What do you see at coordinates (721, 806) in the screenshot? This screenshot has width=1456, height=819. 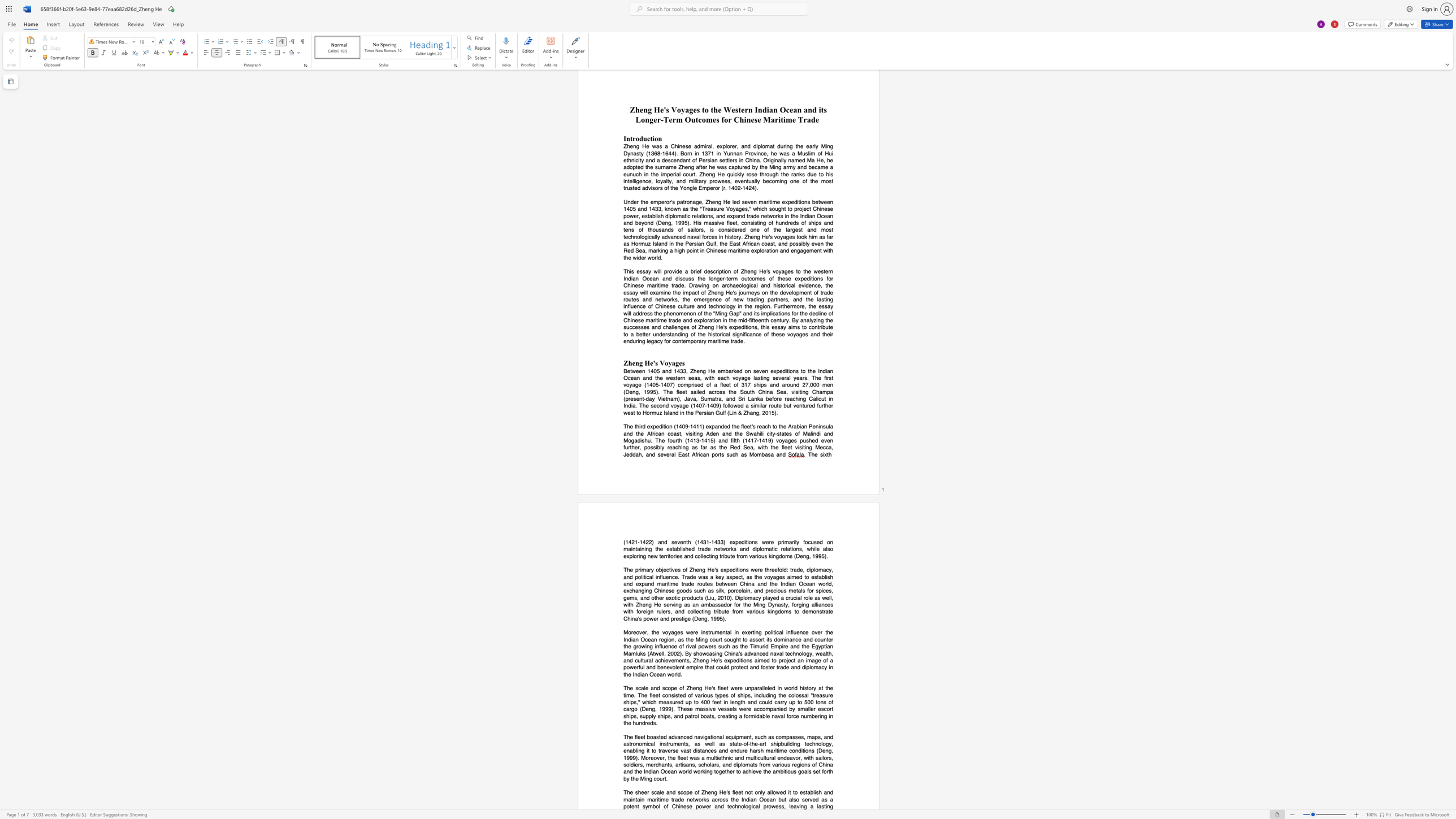 I see `the subset text "d technological prowe" within the text "and maintain maritime trade networks across the Indian Ocean but also served as a potent symbol of Chinese power and technological prowess, leaving"` at bounding box center [721, 806].